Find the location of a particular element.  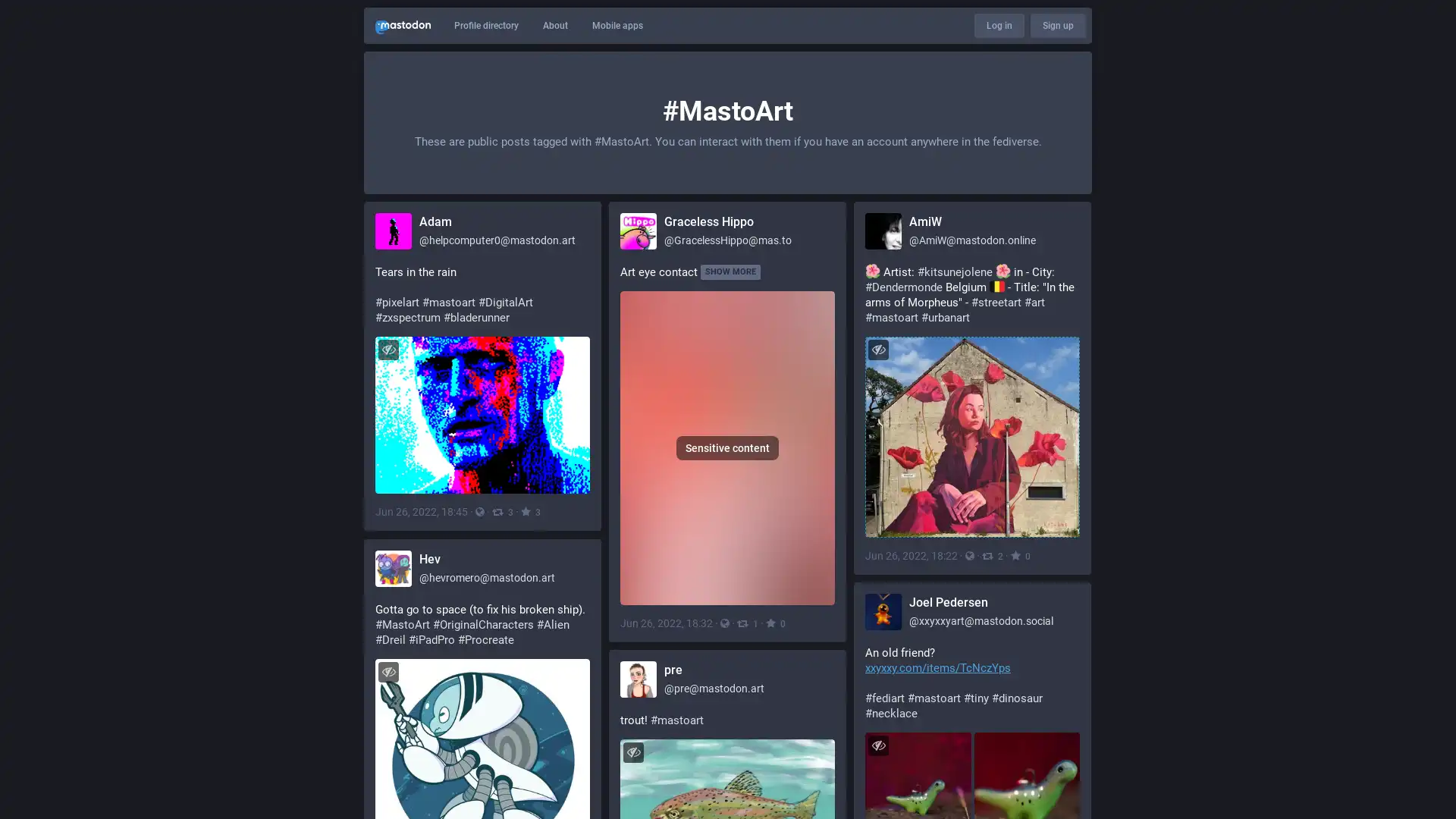

Hide image is located at coordinates (633, 759).